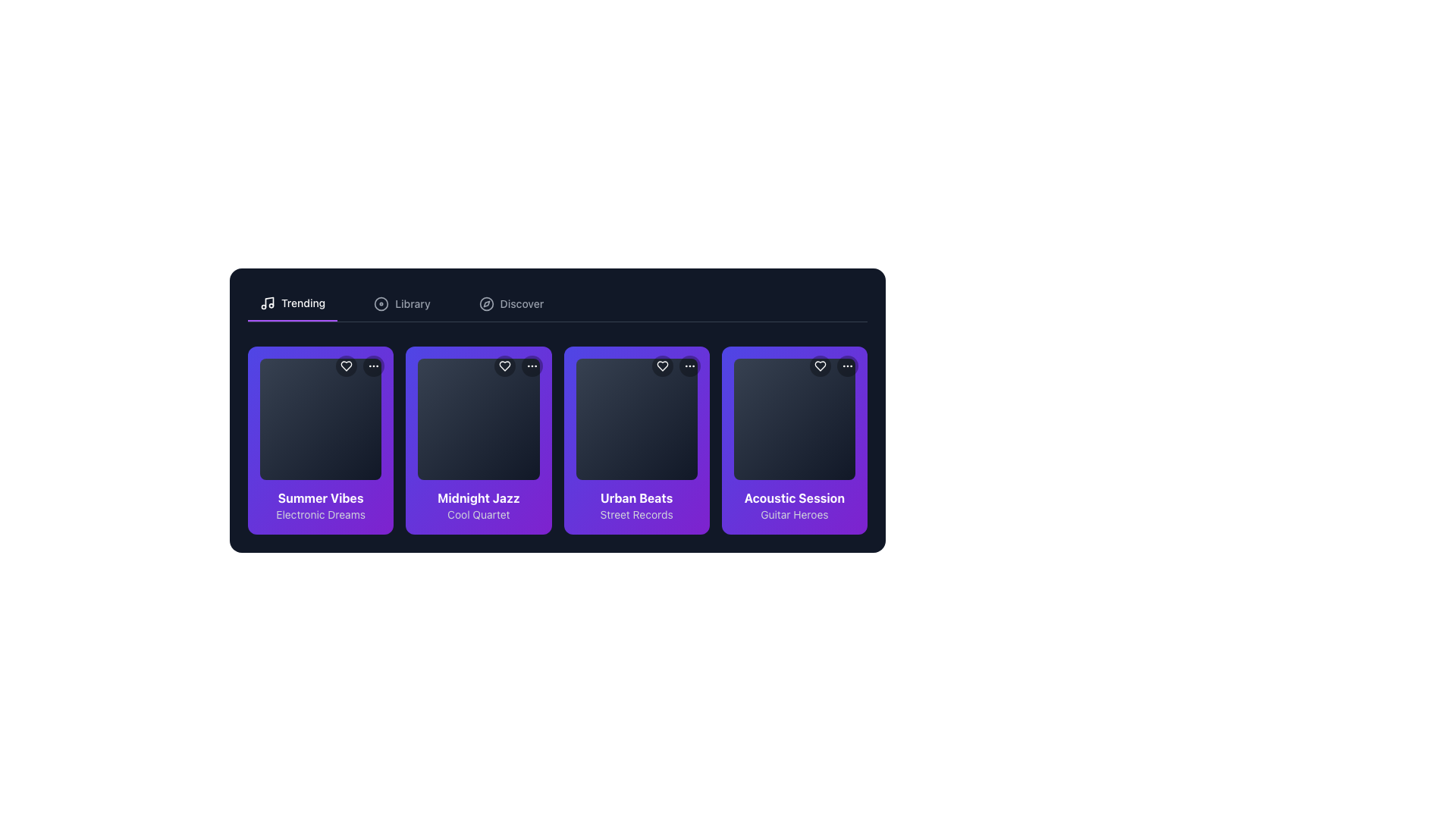  Describe the element at coordinates (374, 366) in the screenshot. I see `the menu icon located in the top-right corner of the 'Summer Vibes' card by 'Electronic Dreams'` at that location.